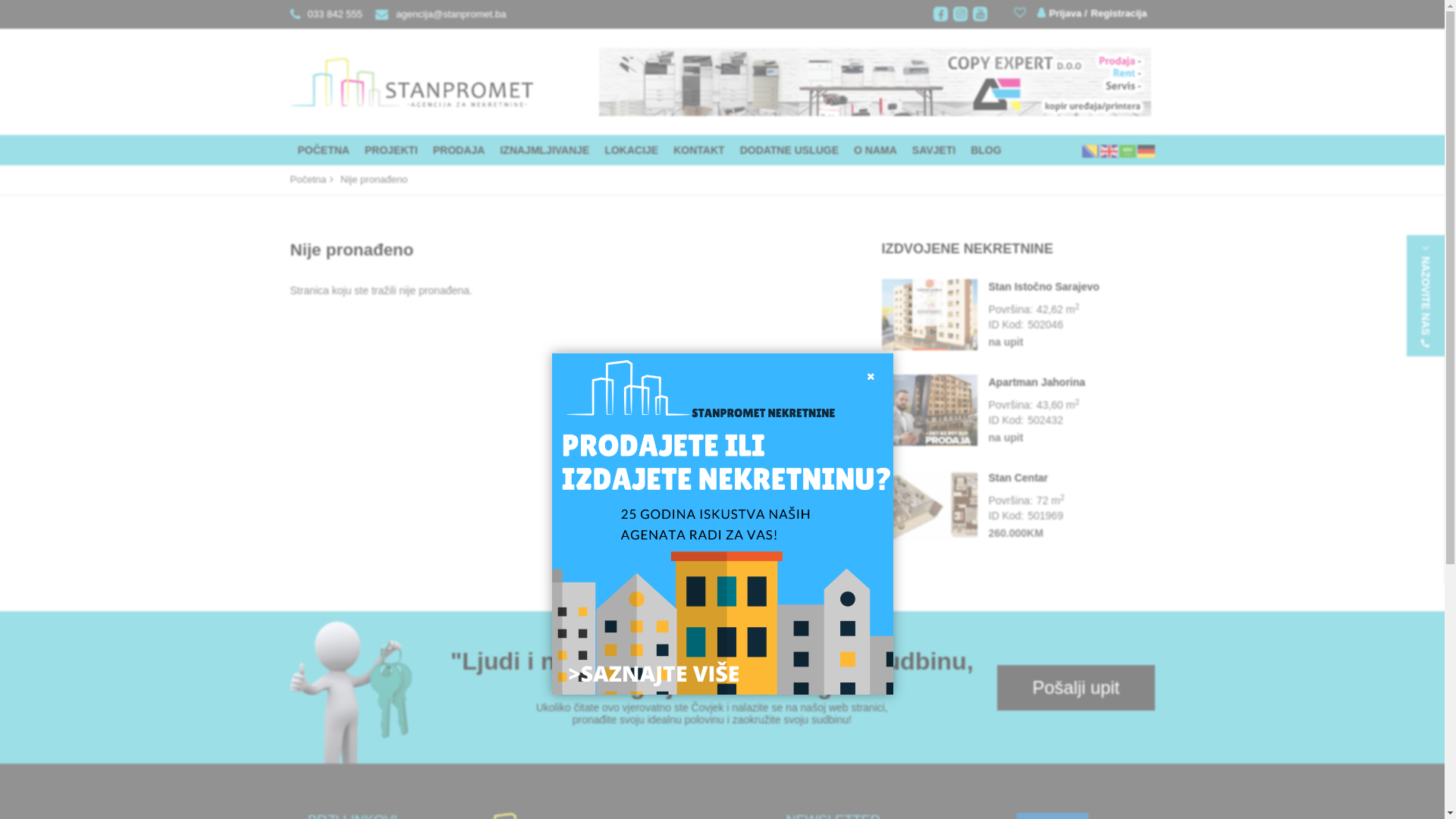 Image resolution: width=1456 pixels, height=819 pixels. I want to click on 'YouTube', so click(972, 14).